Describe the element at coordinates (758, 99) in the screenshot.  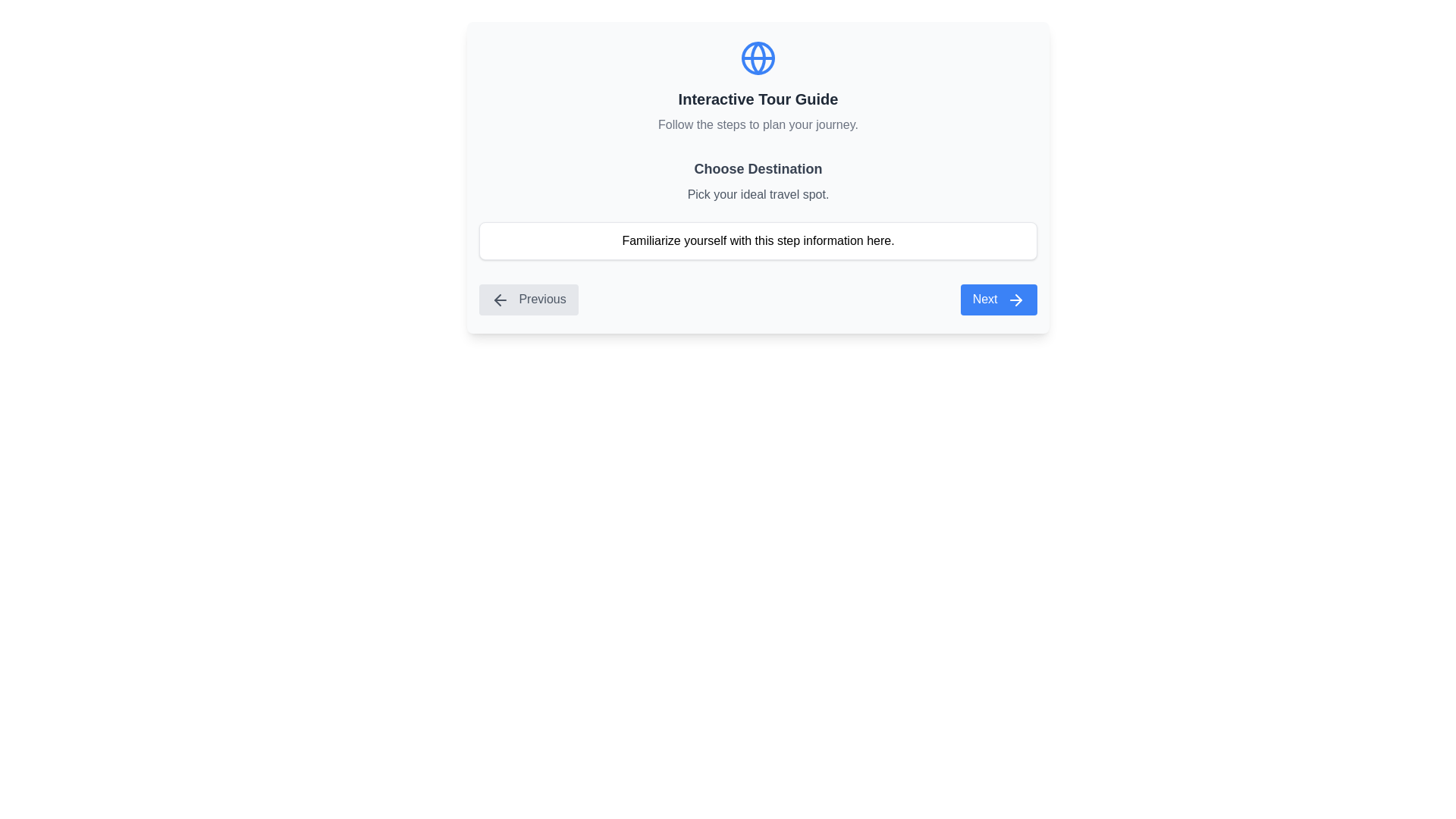
I see `text of the heading located centrally below the globe icon and above the smaller informational text` at that location.